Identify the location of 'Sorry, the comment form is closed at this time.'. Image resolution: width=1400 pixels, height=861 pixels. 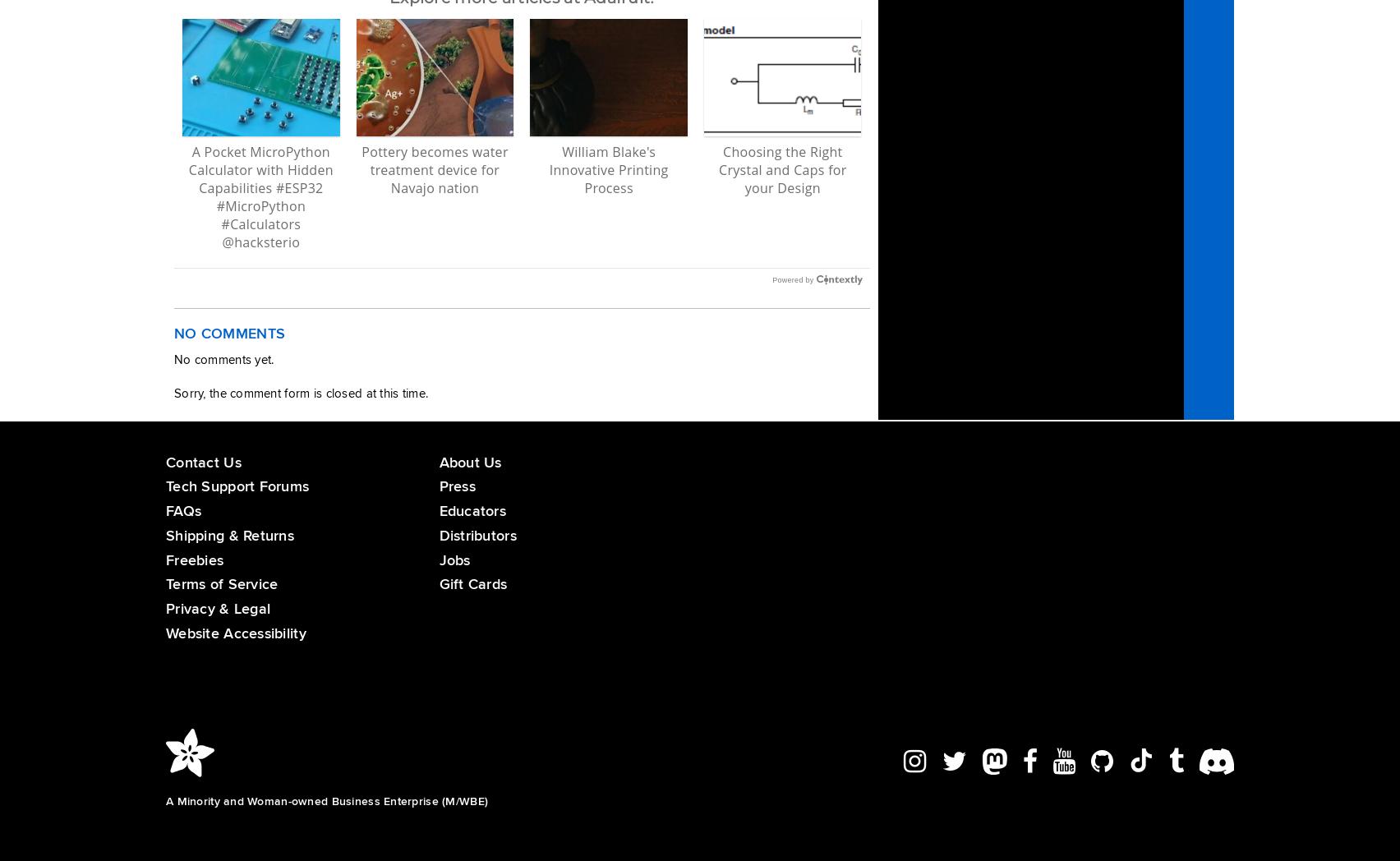
(173, 392).